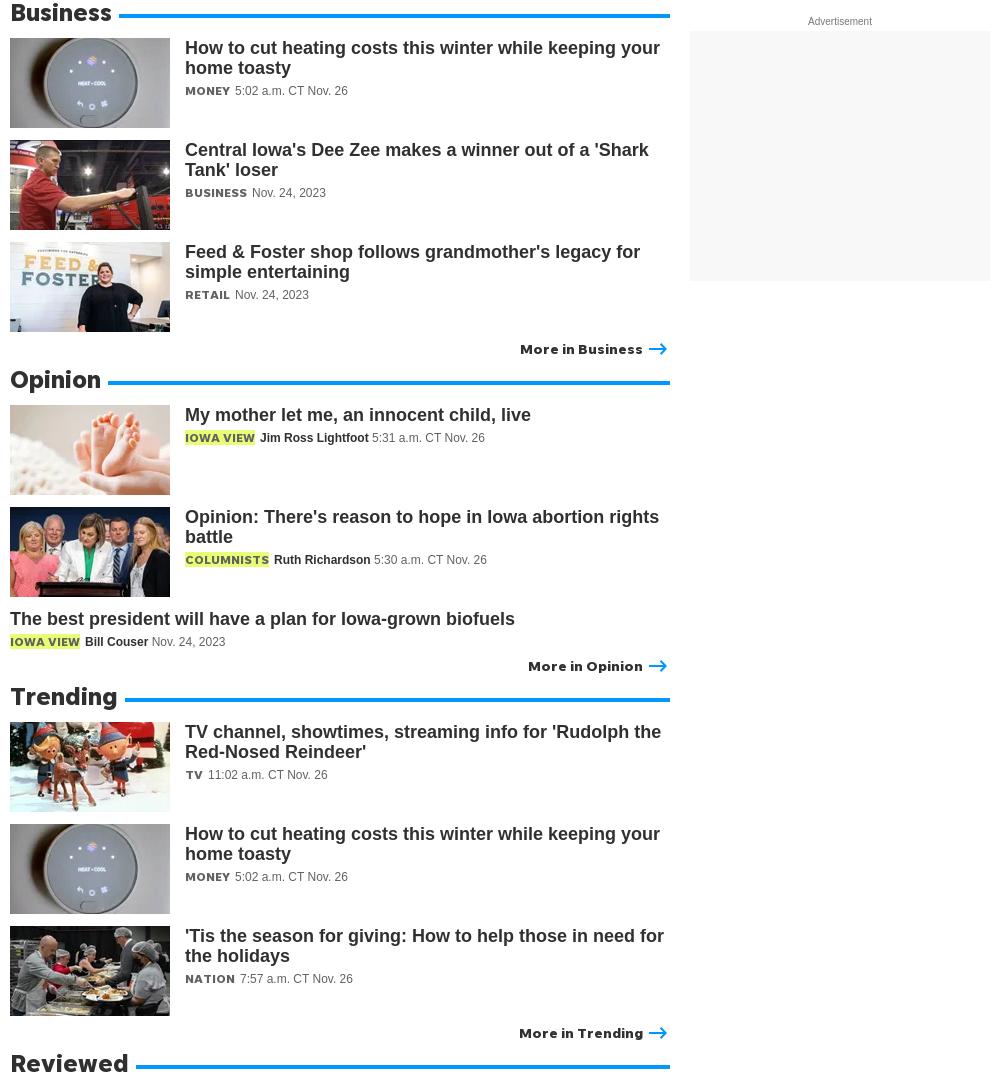 The width and height of the screenshot is (1000, 1074). What do you see at coordinates (422, 527) in the screenshot?
I see `'Opinion: There's reason to hope in Iowa abortion rights battle'` at bounding box center [422, 527].